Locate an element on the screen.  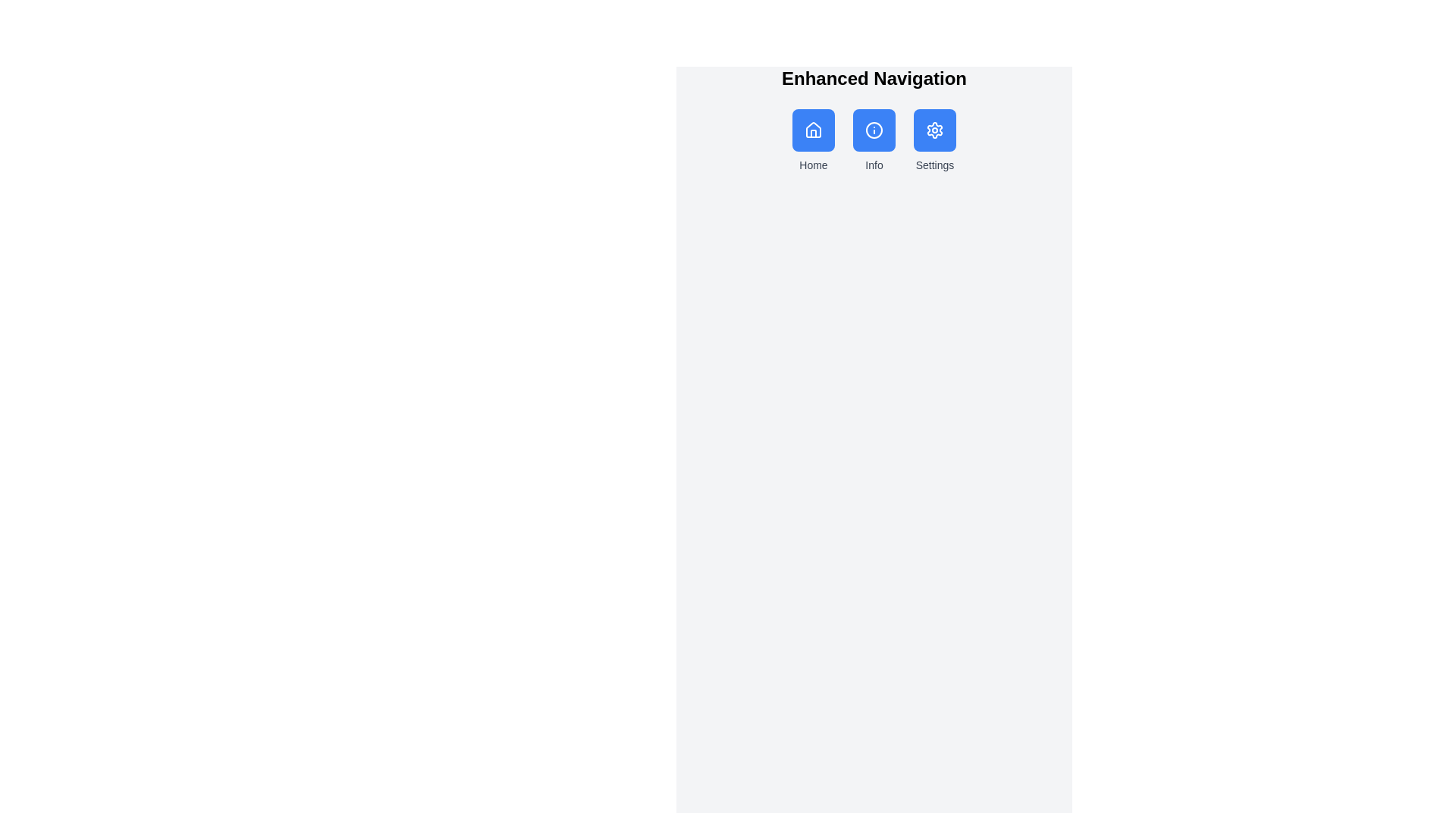
the decorative graphic icon representing the 'Settings' configurations, which is the rightmost icon in a sequence of three, contributing to the clickability of the 'Settings' button is located at coordinates (934, 130).